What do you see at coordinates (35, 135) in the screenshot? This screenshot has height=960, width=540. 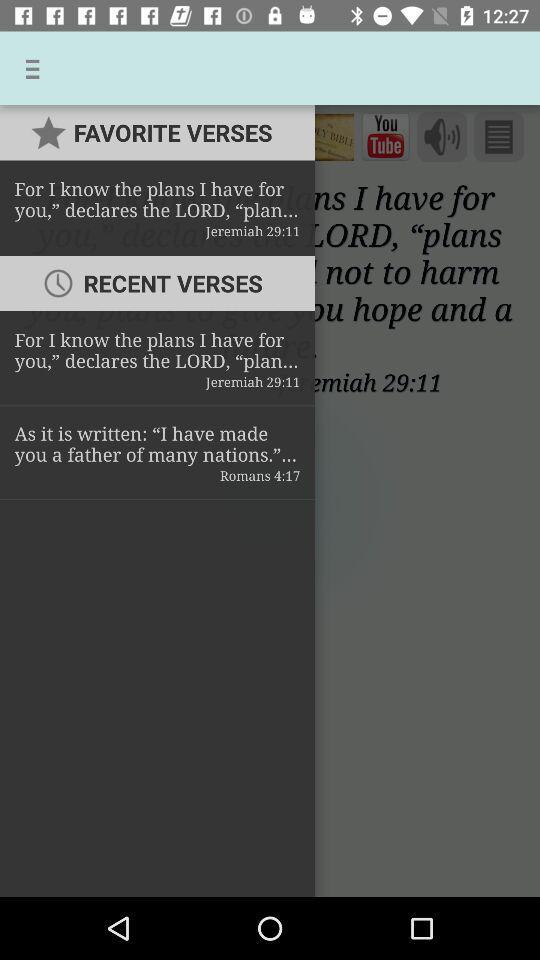 I see `the star icon` at bounding box center [35, 135].